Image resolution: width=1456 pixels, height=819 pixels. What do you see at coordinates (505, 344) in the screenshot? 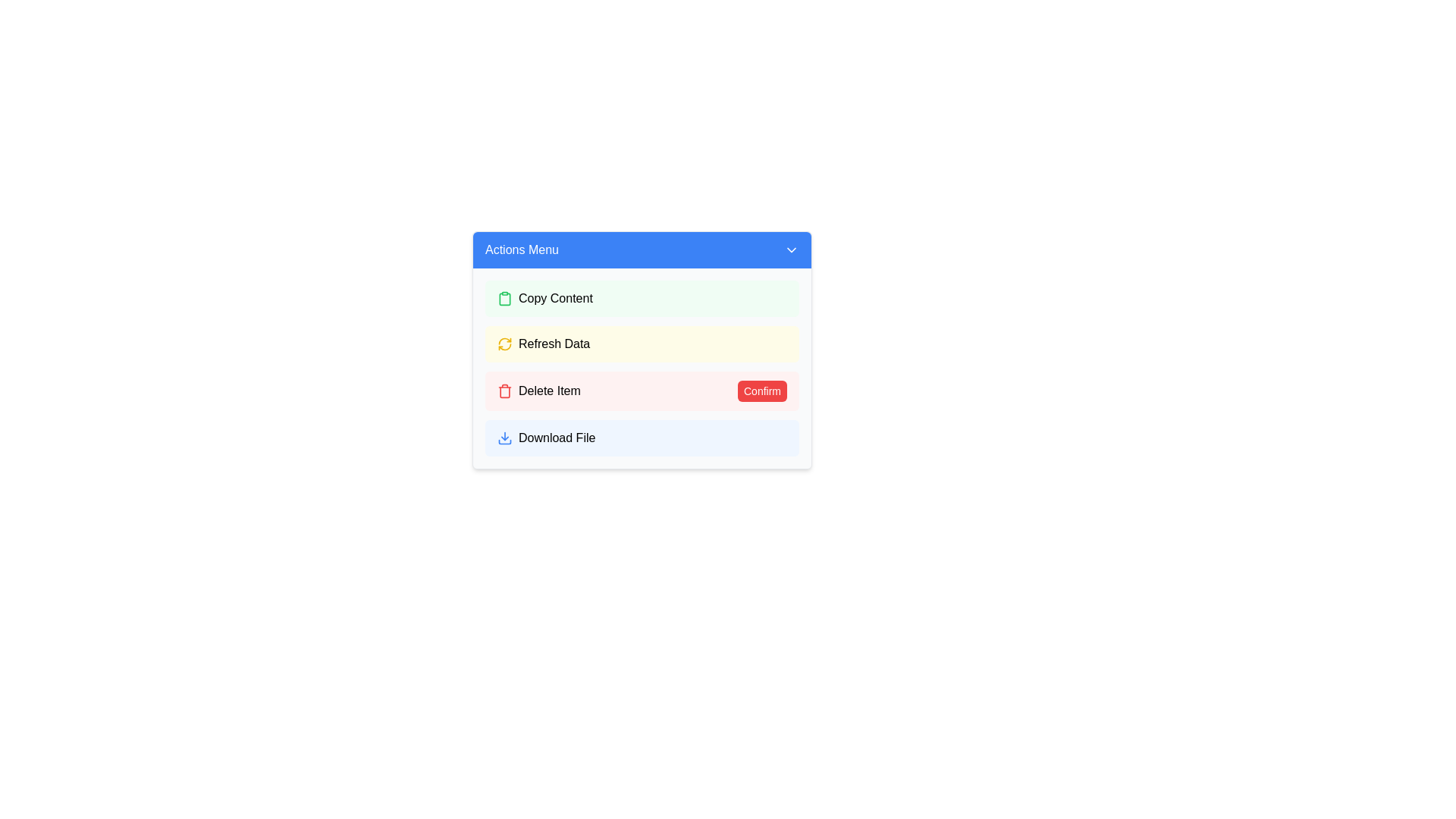
I see `the refresh icon located to the left of the 'Refresh Data' button, which symbolizes the refresh or reload function` at bounding box center [505, 344].